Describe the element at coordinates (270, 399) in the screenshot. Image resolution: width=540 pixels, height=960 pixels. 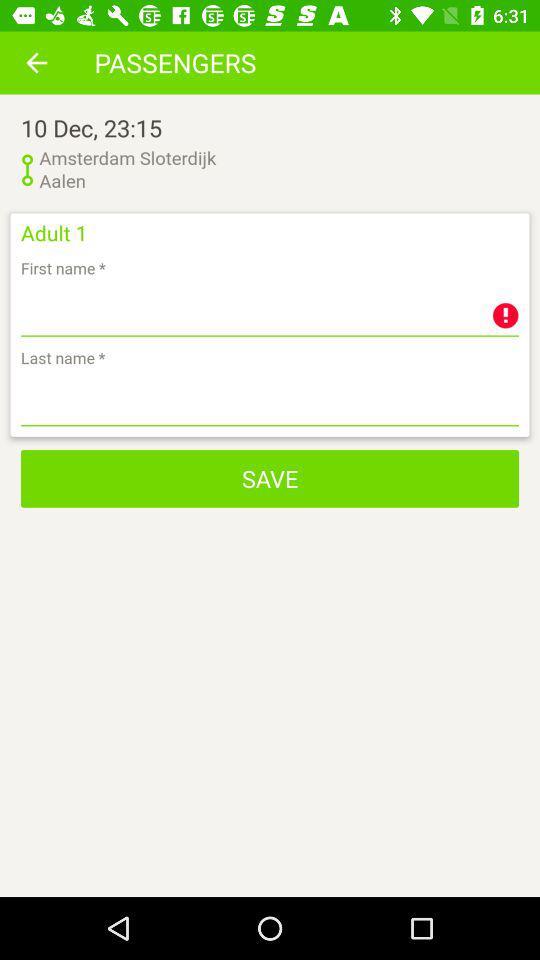
I see `flixbus smart bus travel` at that location.